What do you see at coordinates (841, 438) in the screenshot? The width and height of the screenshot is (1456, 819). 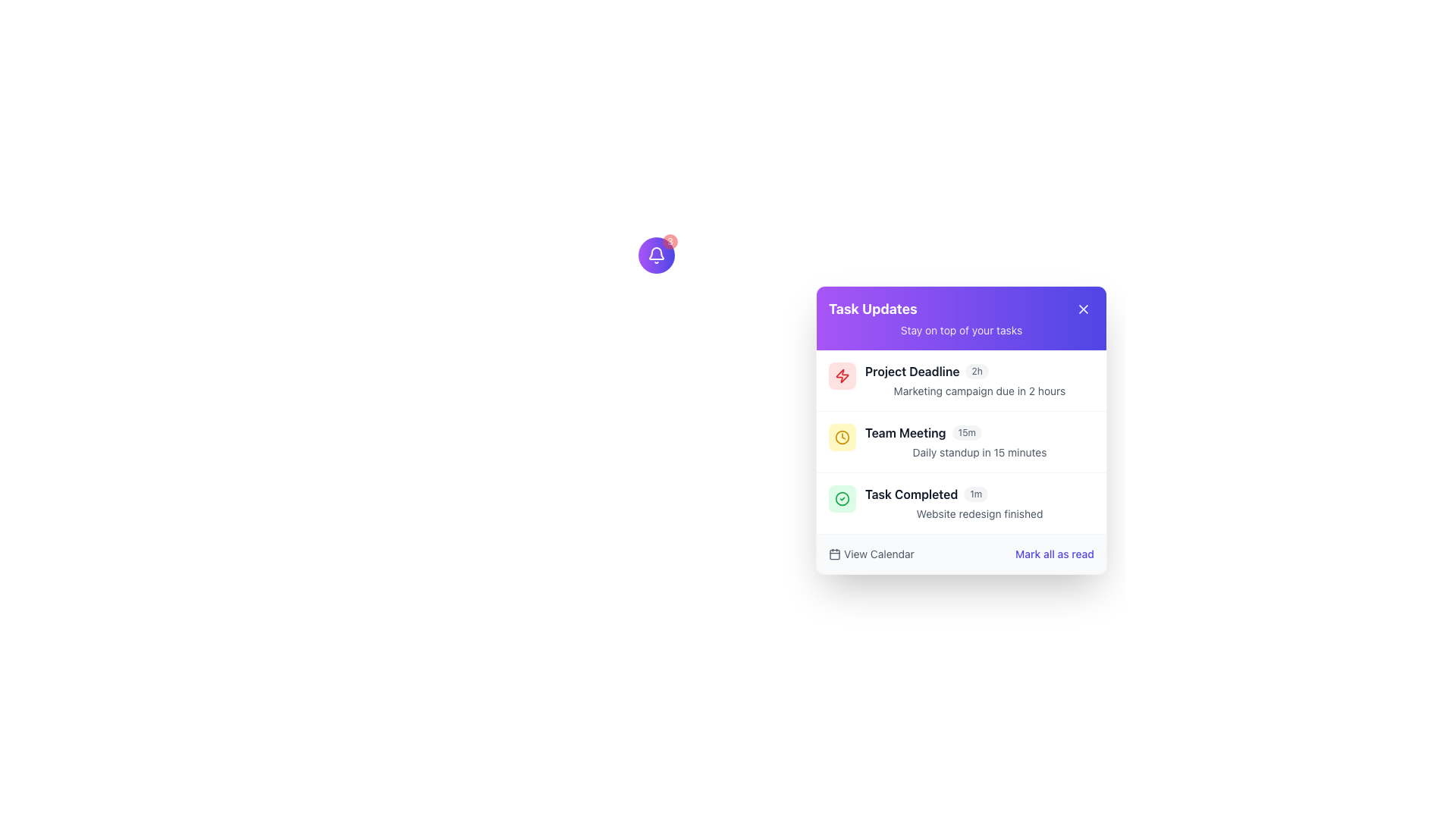 I see `the clock icon, which is a yellow circular icon with clock hands, located inside the notification component to the far left of the 'Task Updates' section` at bounding box center [841, 438].